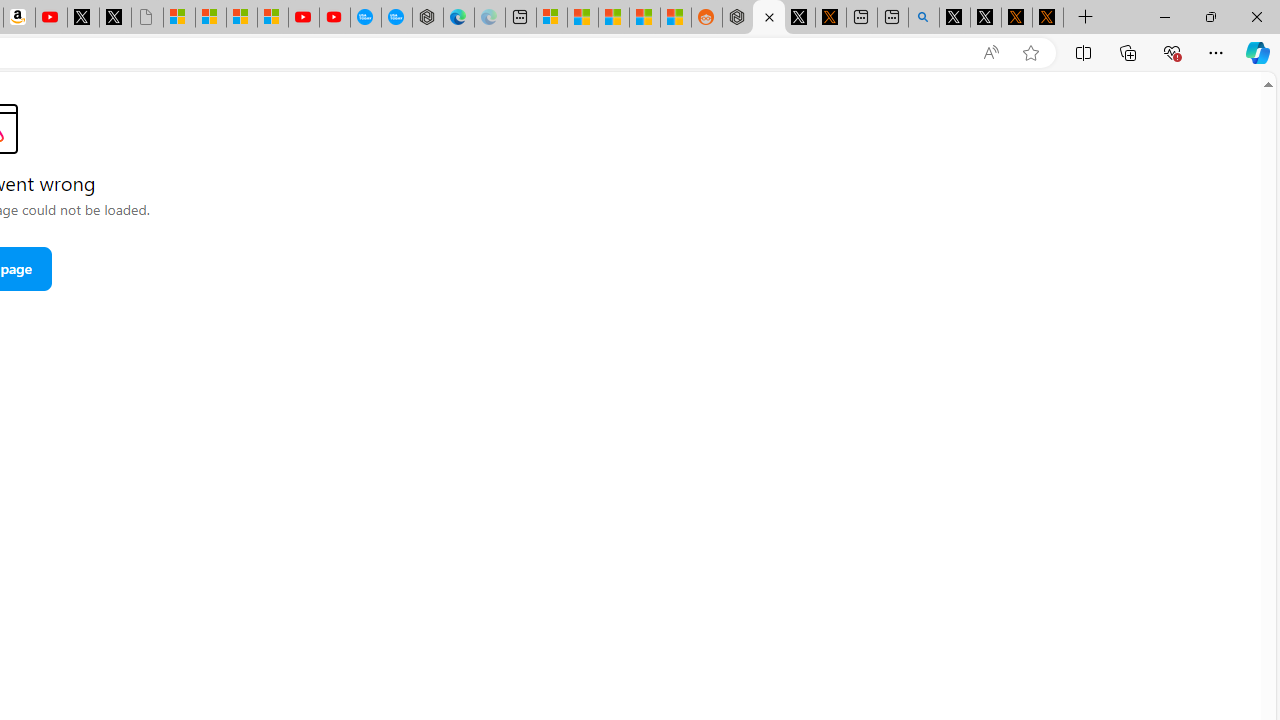 This screenshot has width=1280, height=720. Describe the element at coordinates (675, 17) in the screenshot. I see `'Shanghai, China Weather trends | Microsoft Weather'` at that location.